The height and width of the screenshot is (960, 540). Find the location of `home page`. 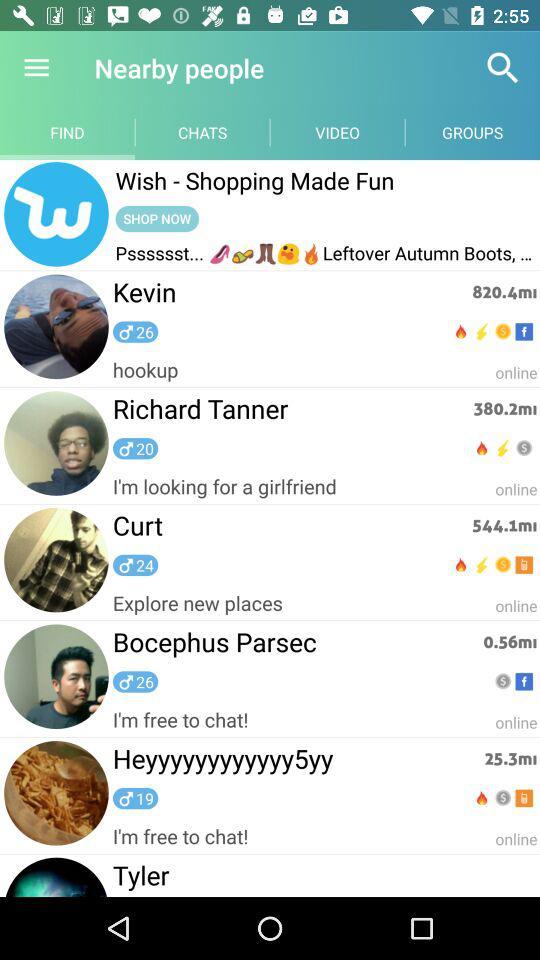

home page is located at coordinates (56, 215).